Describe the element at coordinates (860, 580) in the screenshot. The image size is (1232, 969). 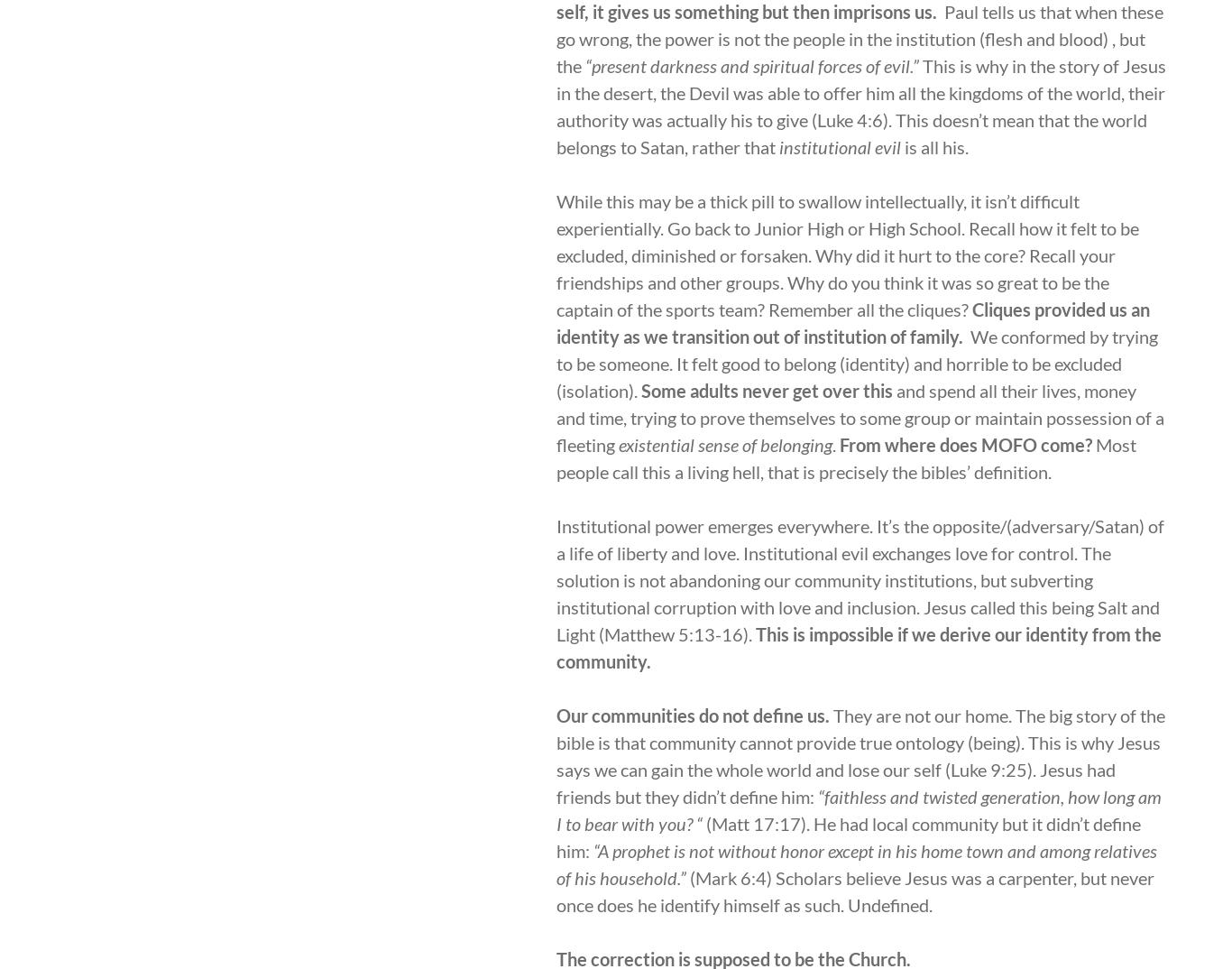
I see `'Institutional power emerges everywhere. It’s the opposite/(adversary/Satan) of a life of liberty and love. Institutional evil exchanges love for control. The solution is not abandoning our community institutions, but subverting institutional corruption with love and inclusion. Jesus called this being Salt and Light (Matthew 5:13-16).'` at that location.